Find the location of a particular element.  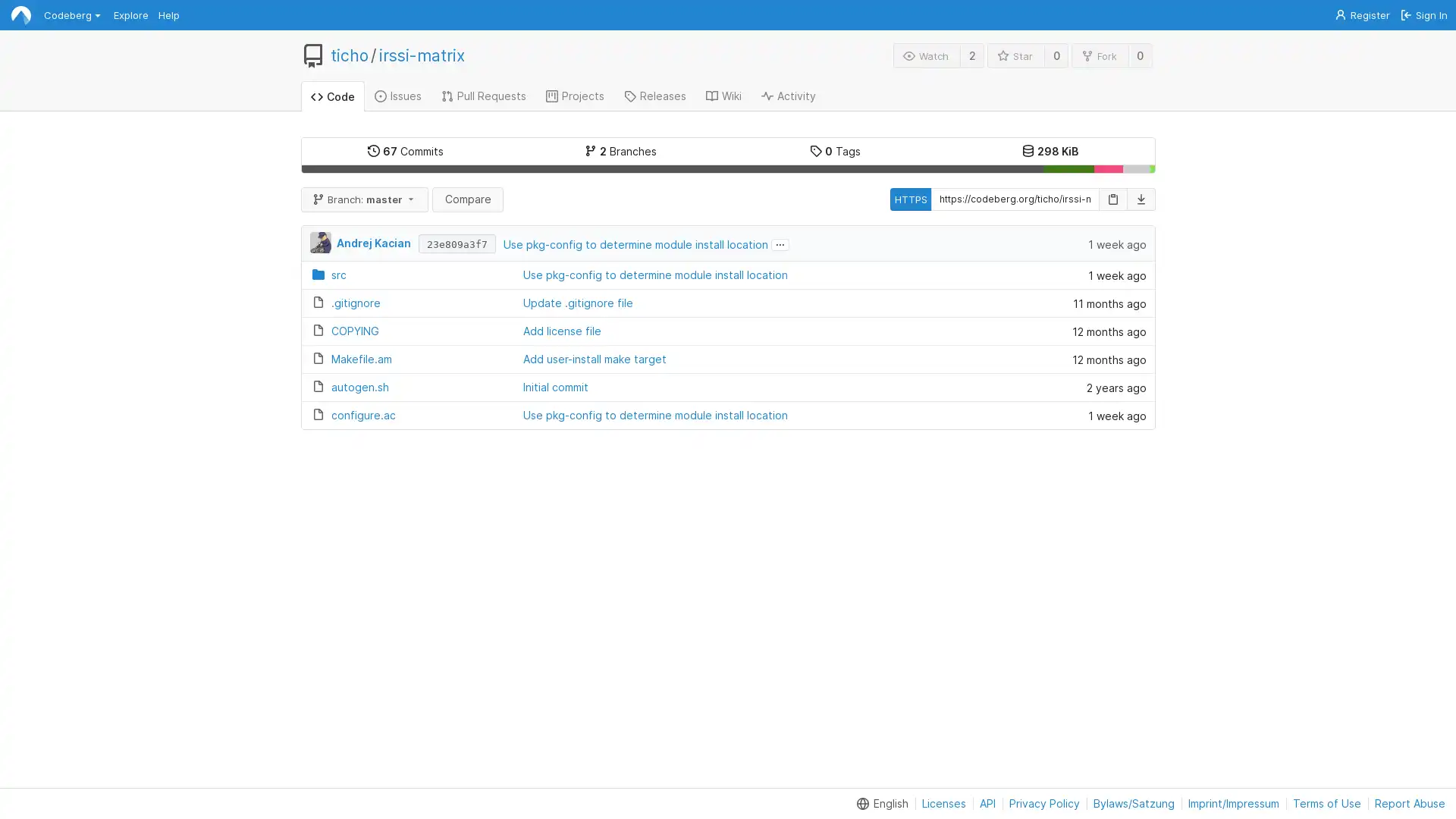

HTTPS is located at coordinates (910, 198).